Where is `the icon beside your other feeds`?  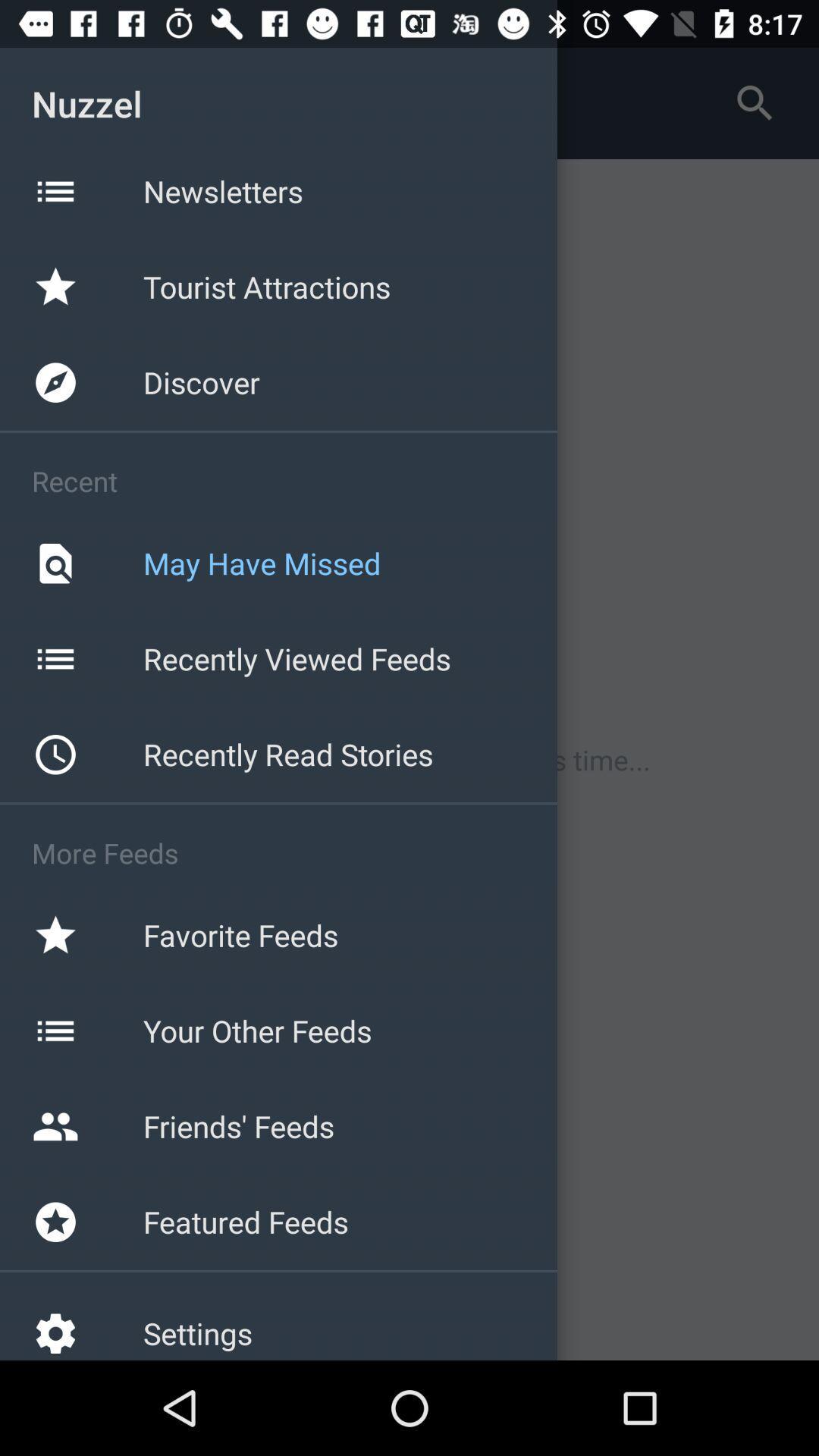
the icon beside your other feeds is located at coordinates (55, 1031).